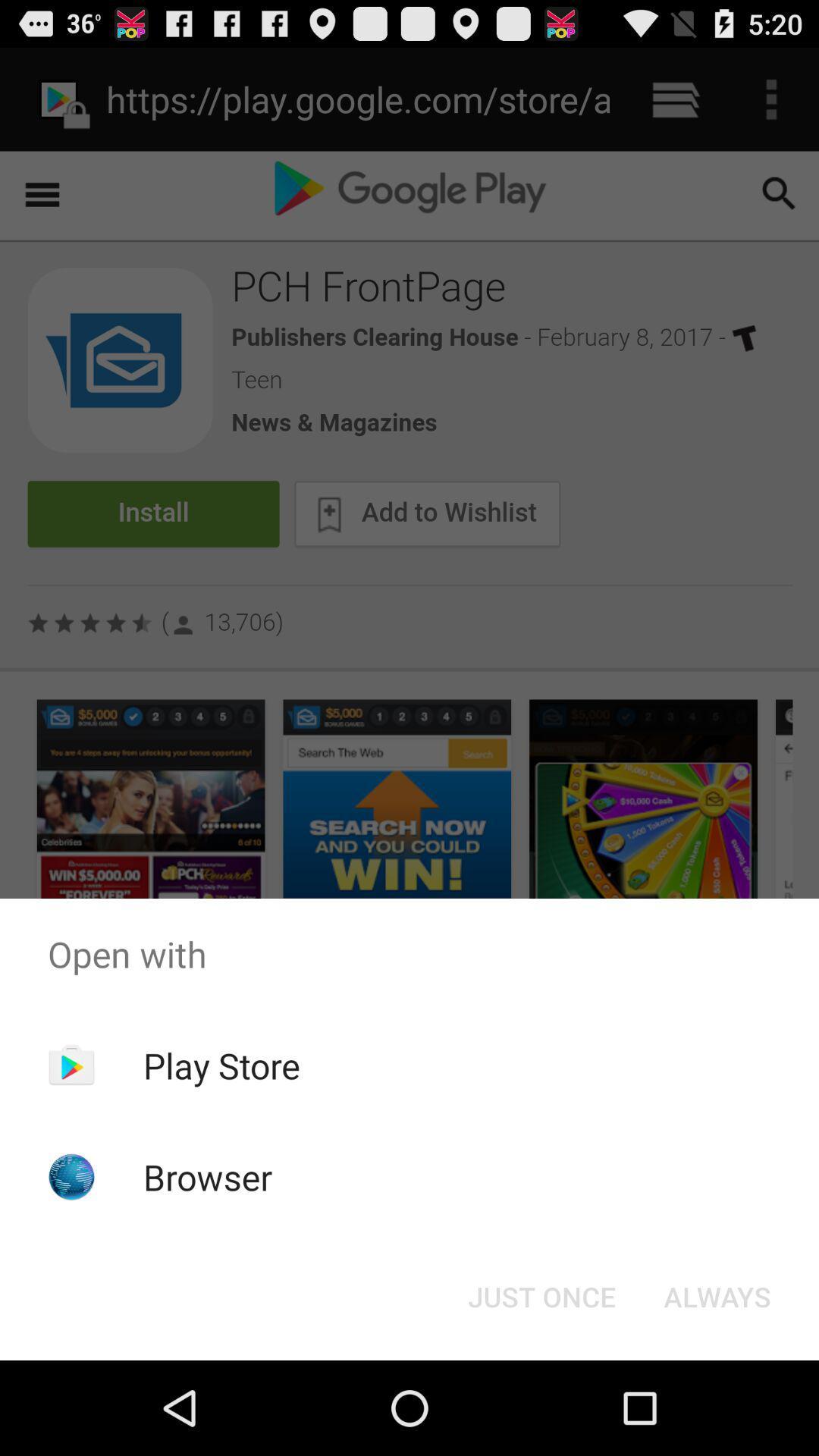 This screenshot has height=1456, width=819. I want to click on the icon at the bottom right corner, so click(717, 1295).